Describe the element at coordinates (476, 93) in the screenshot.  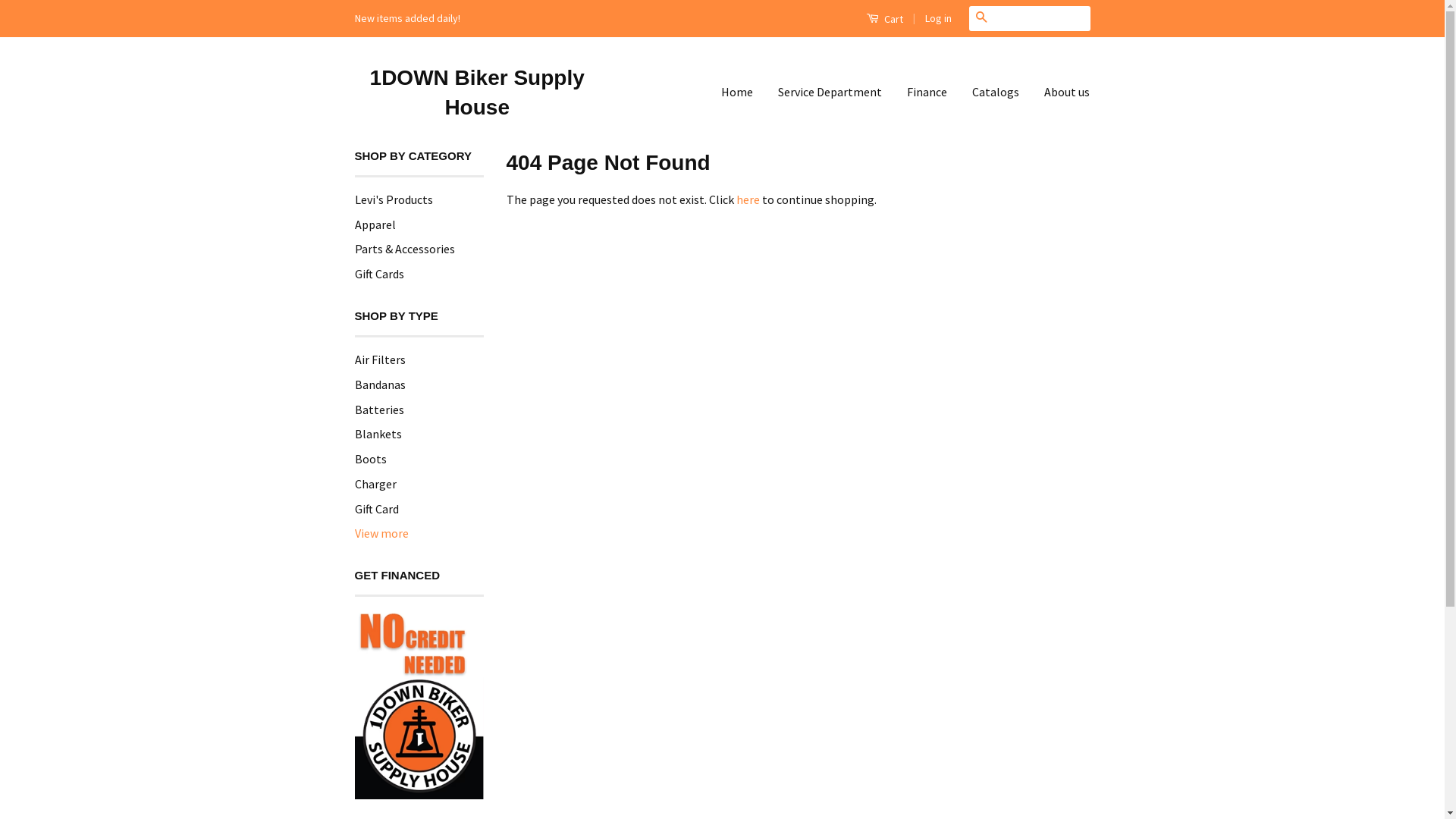
I see `'1DOWN Biker Supply House'` at that location.